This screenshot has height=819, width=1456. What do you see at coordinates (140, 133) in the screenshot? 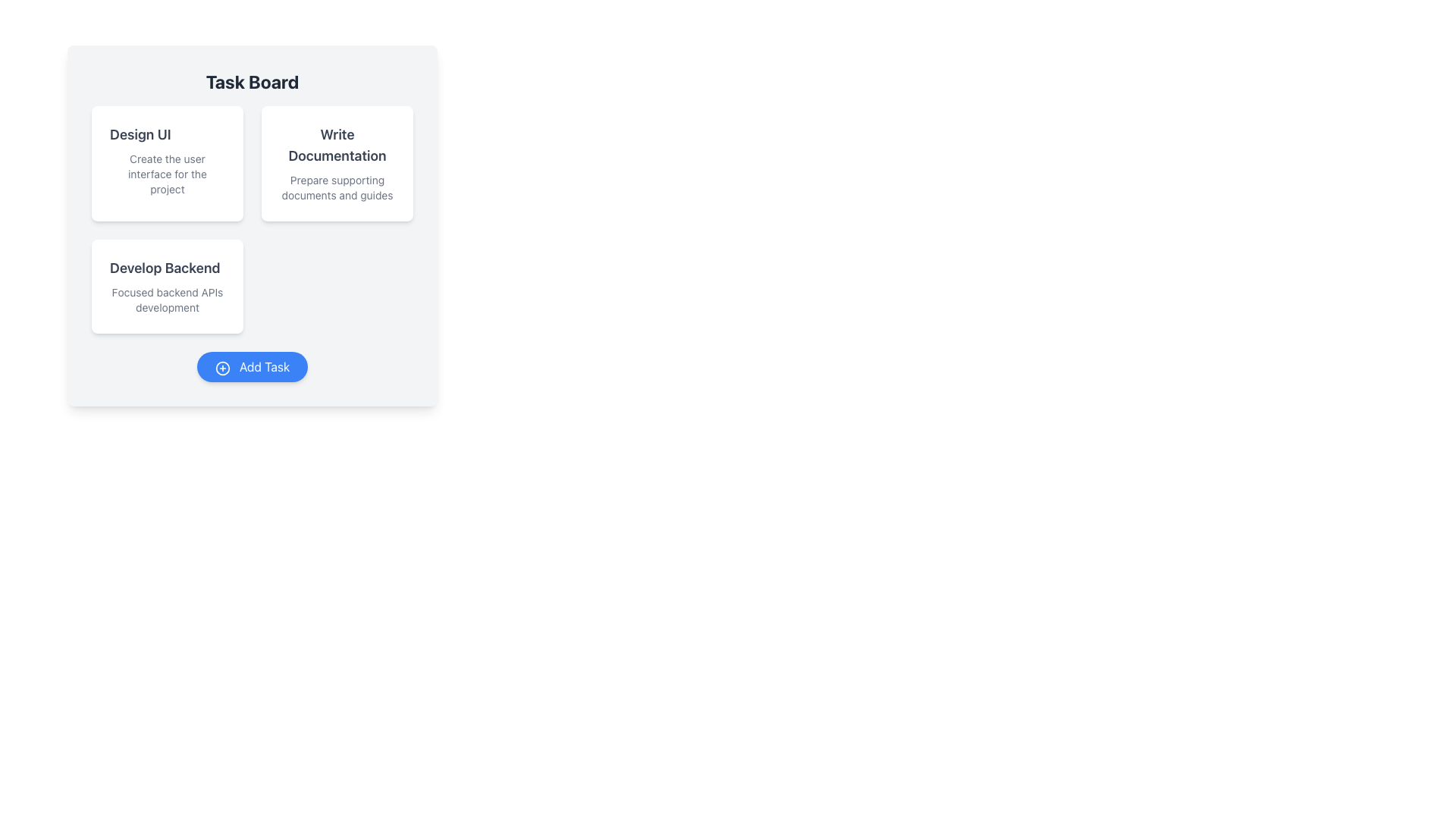
I see `text from the 'Design UI' label located at the top of the white card in the top-left corner of the grid` at bounding box center [140, 133].